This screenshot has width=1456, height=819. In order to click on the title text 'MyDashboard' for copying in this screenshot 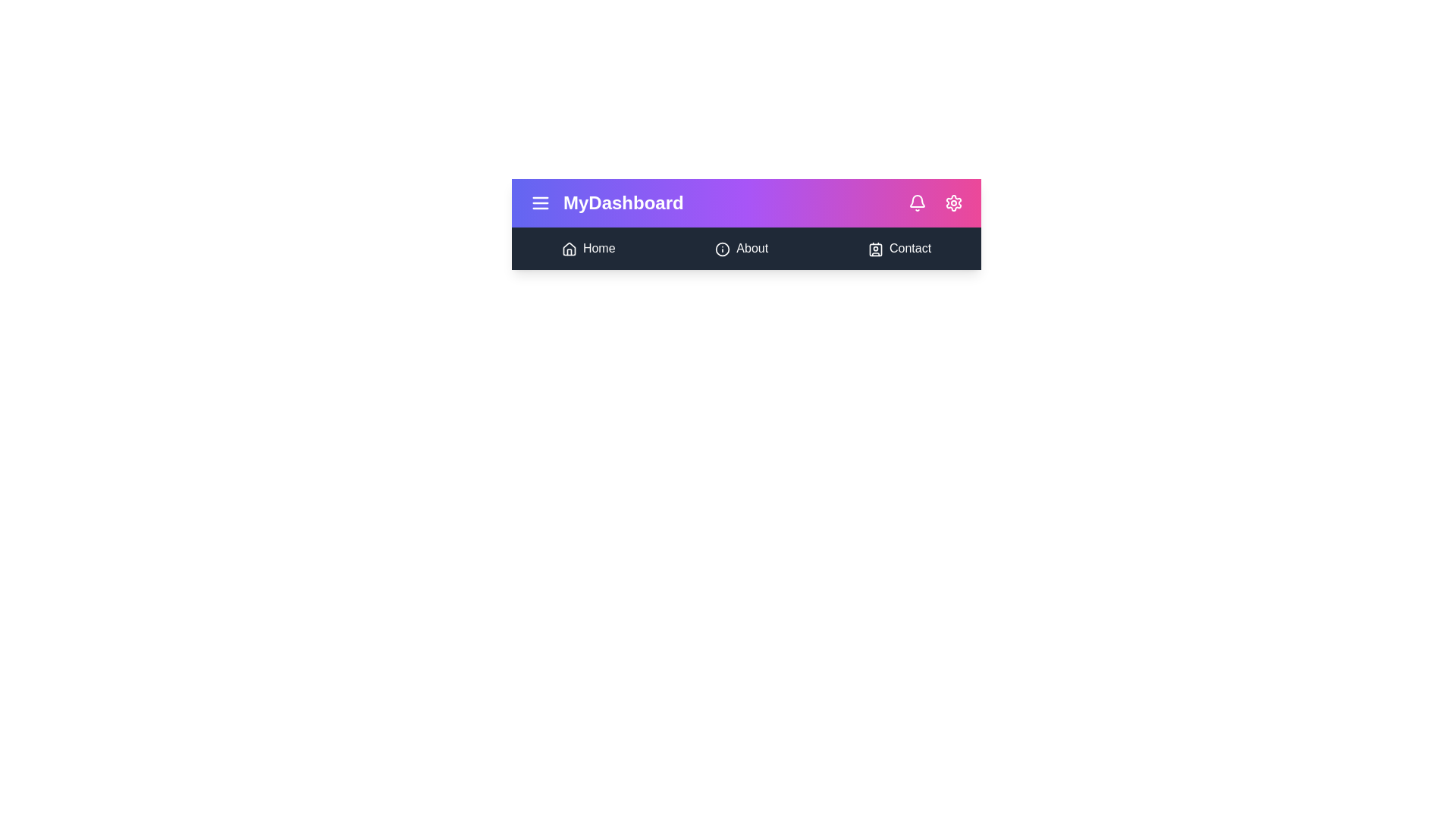, I will do `click(623, 202)`.